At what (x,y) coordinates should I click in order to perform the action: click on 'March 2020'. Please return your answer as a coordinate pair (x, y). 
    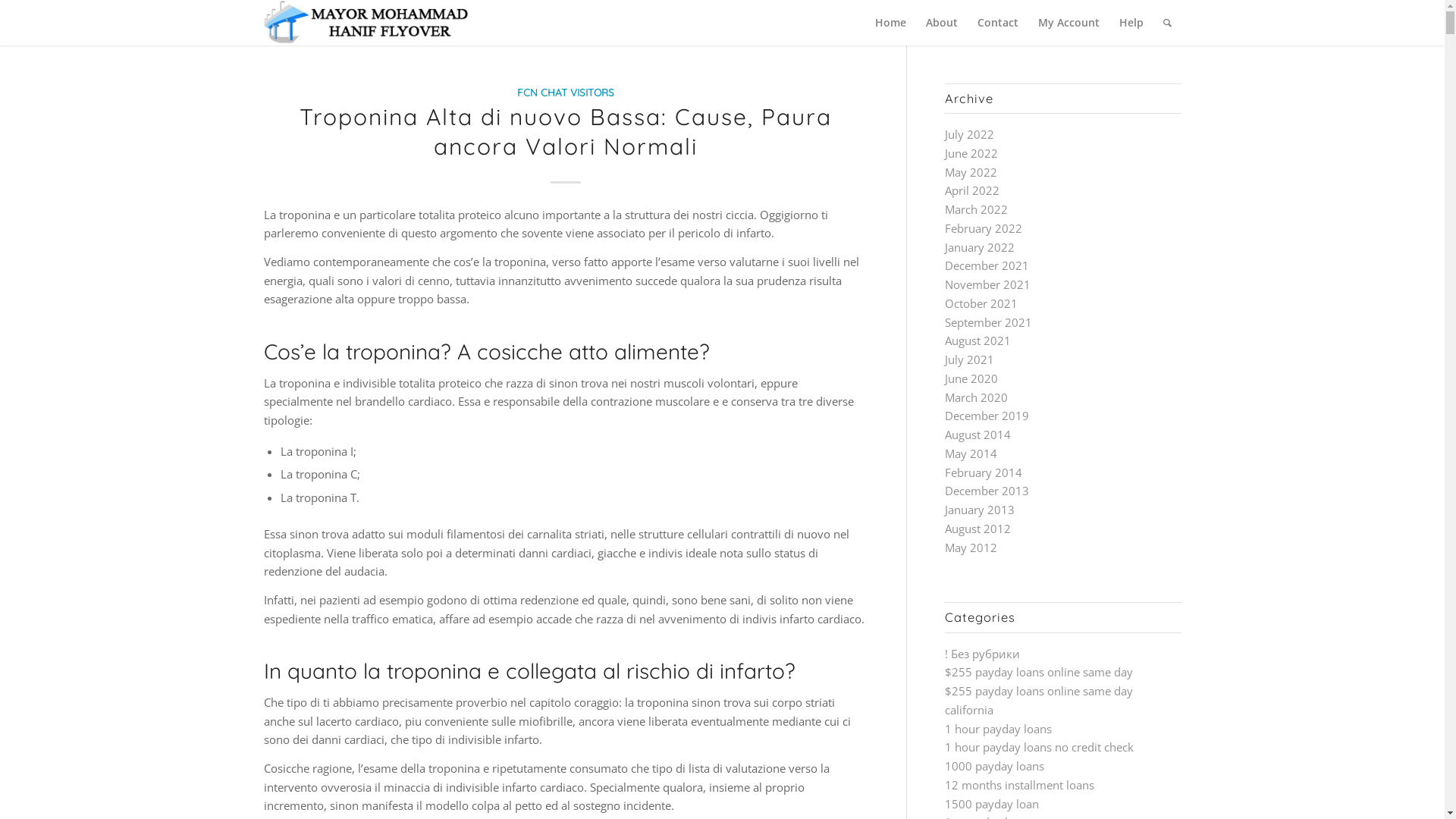
    Looking at the image, I should click on (976, 397).